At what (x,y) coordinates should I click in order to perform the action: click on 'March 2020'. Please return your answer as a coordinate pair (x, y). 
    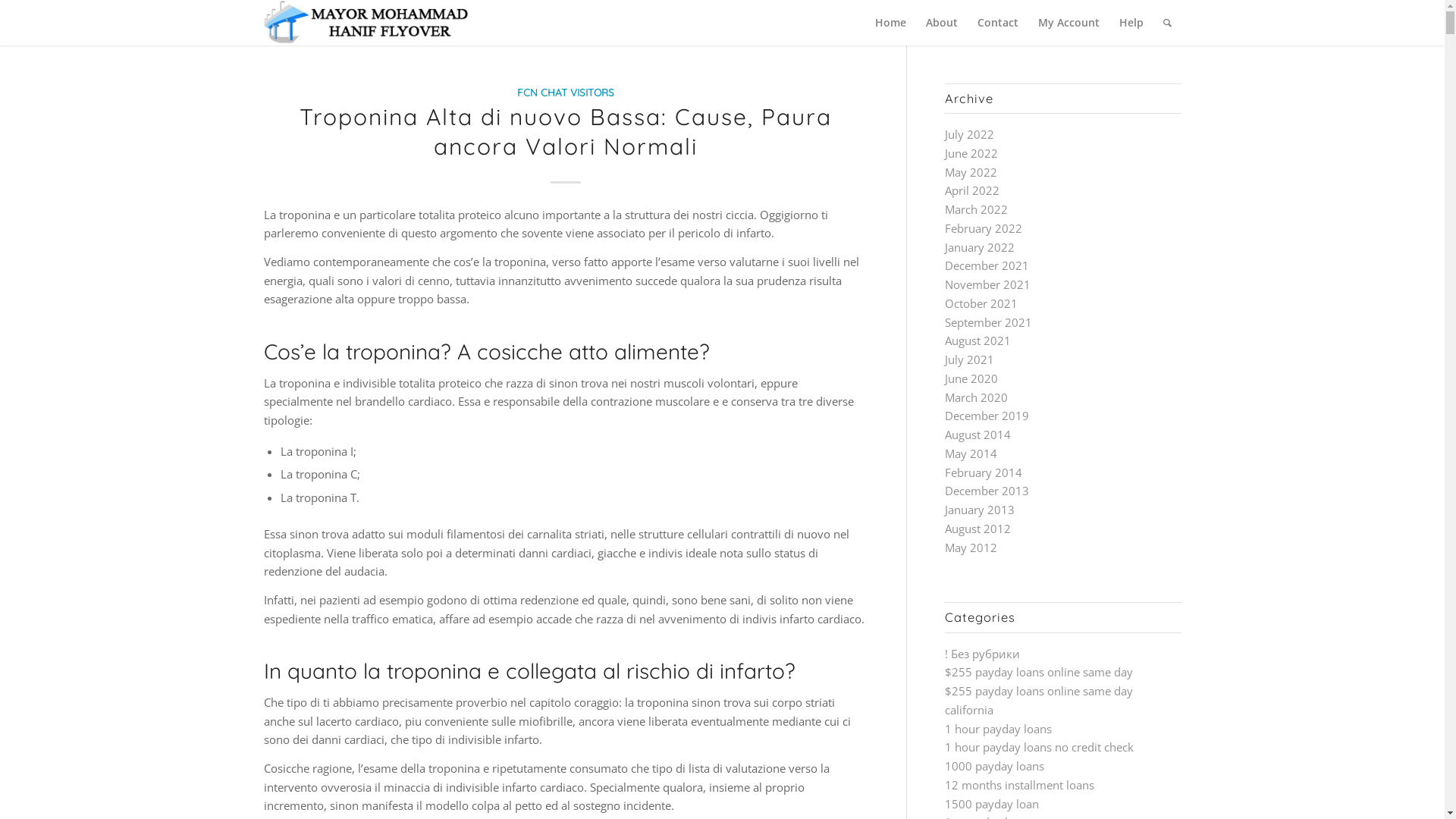
    Looking at the image, I should click on (976, 397).